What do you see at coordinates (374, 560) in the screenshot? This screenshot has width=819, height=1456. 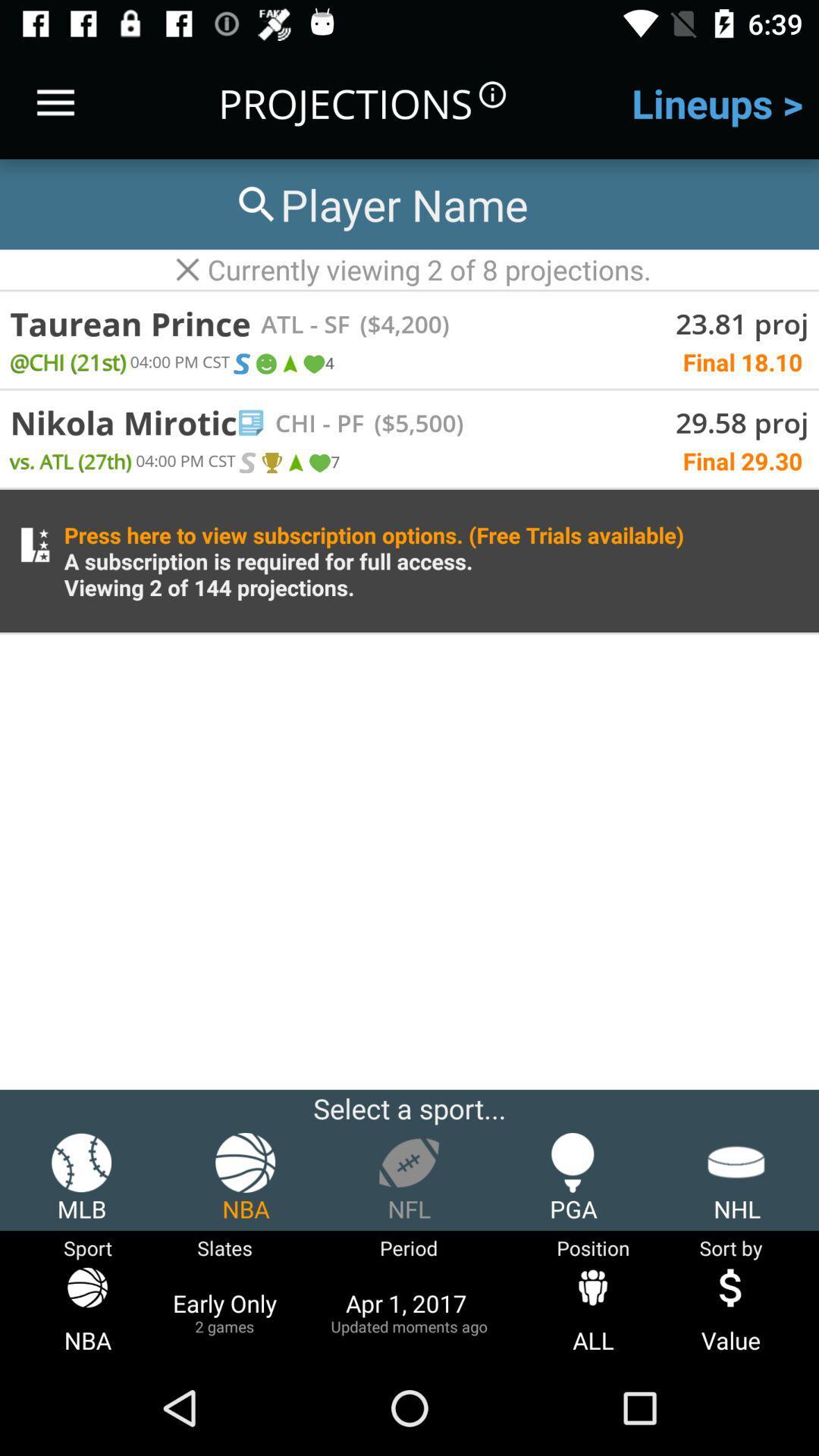 I see `the icon below final 29.30` at bounding box center [374, 560].